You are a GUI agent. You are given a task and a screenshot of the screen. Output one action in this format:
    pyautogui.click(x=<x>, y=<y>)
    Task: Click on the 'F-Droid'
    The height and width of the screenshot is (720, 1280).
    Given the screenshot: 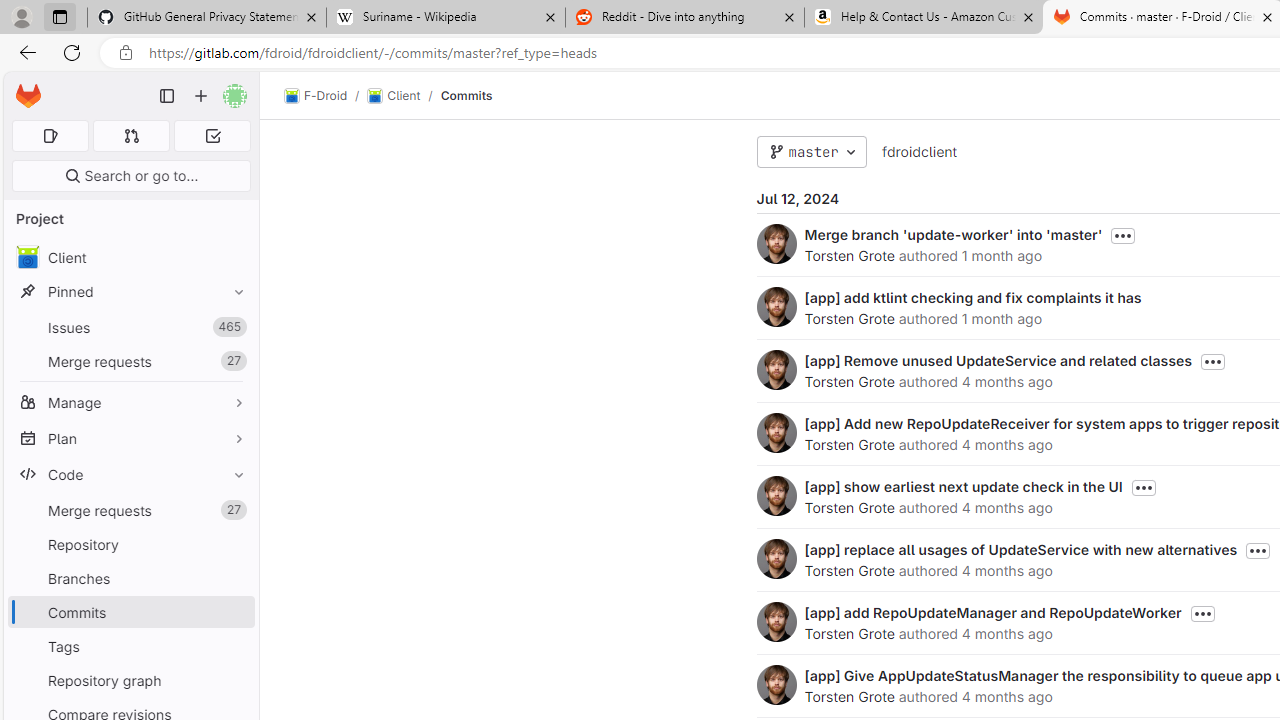 What is the action you would take?
    pyautogui.click(x=315, y=96)
    